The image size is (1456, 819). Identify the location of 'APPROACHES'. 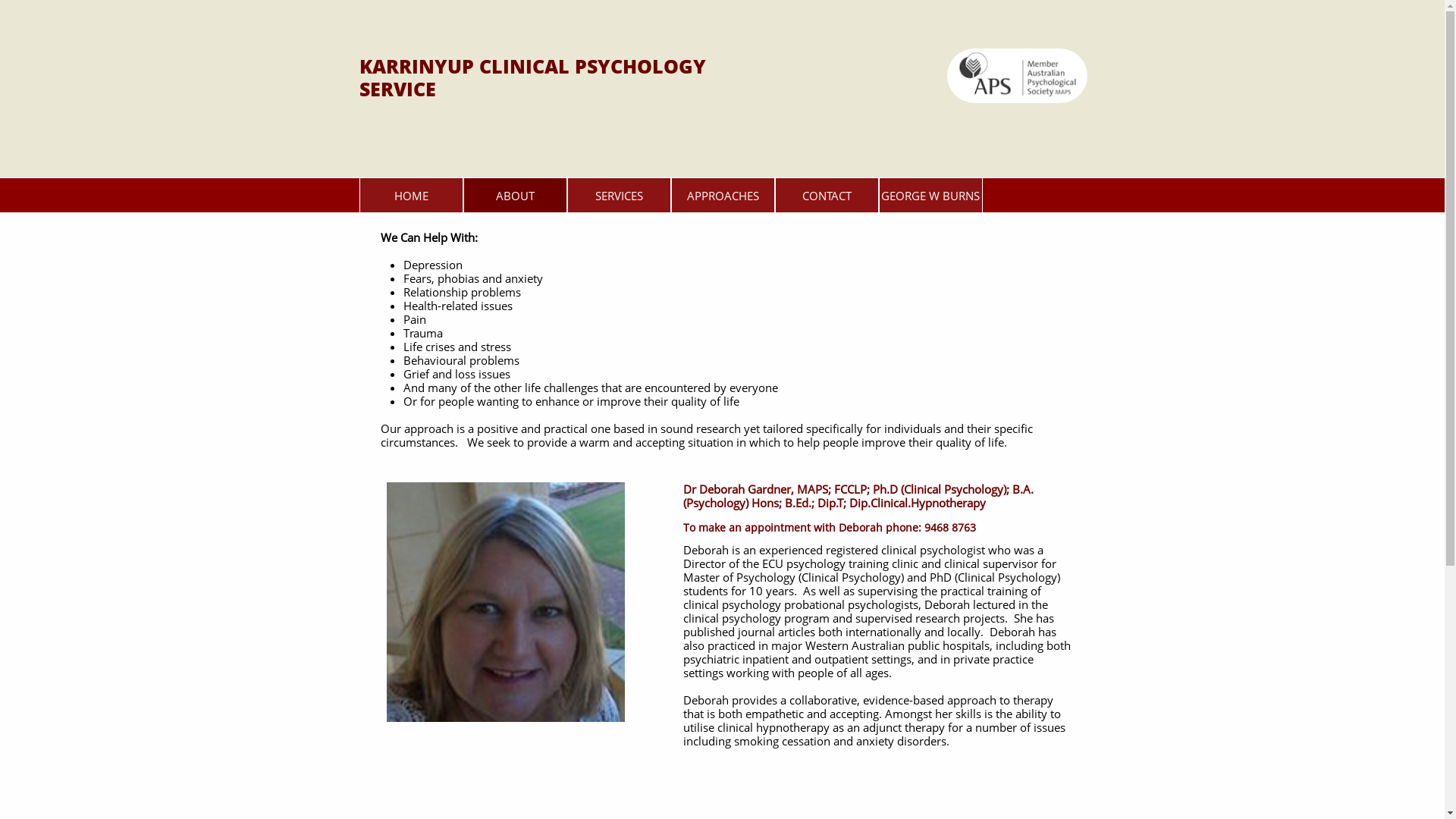
(721, 194).